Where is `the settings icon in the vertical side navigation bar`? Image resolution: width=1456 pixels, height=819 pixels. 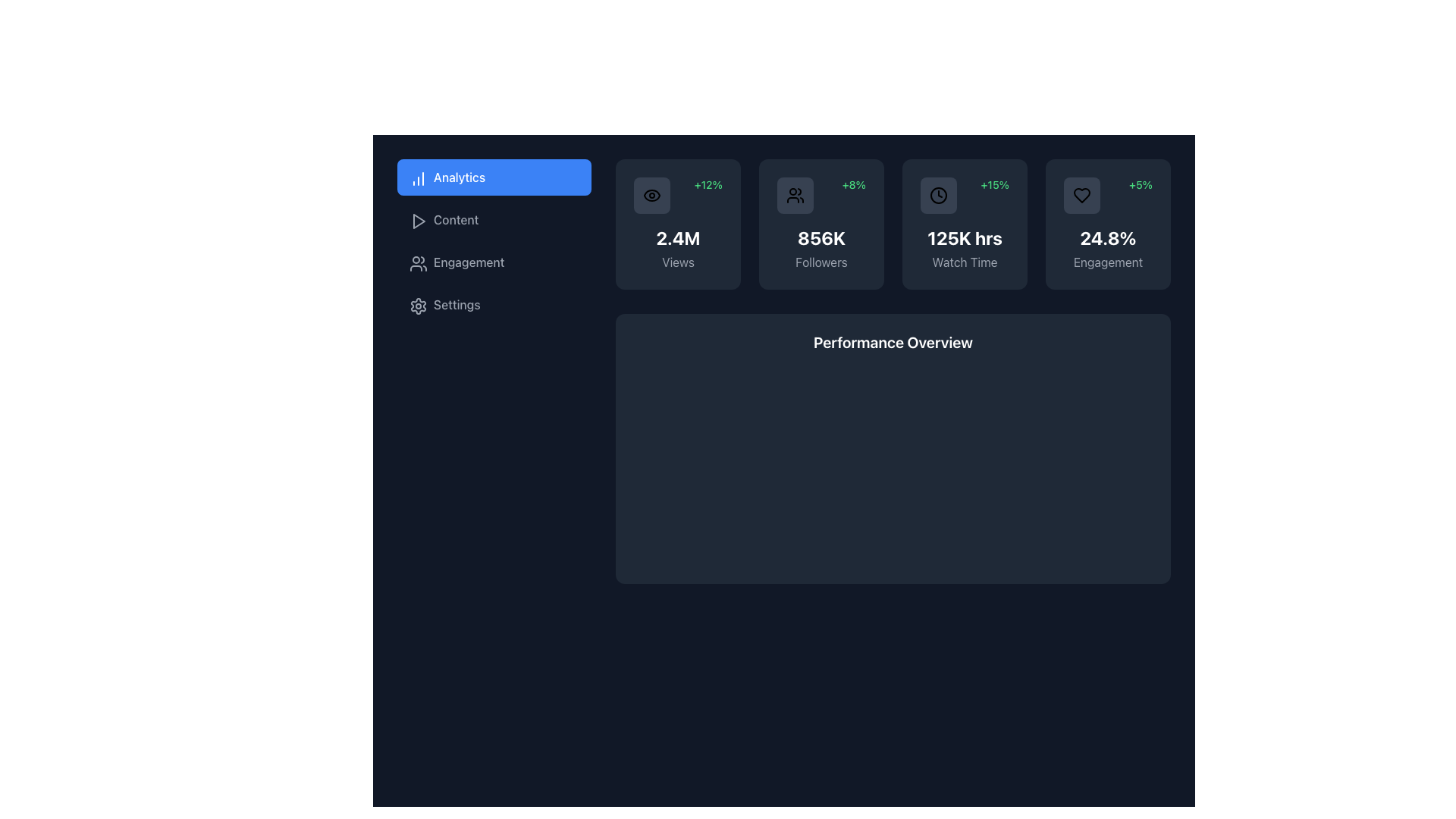
the settings icon in the vertical side navigation bar is located at coordinates (419, 306).